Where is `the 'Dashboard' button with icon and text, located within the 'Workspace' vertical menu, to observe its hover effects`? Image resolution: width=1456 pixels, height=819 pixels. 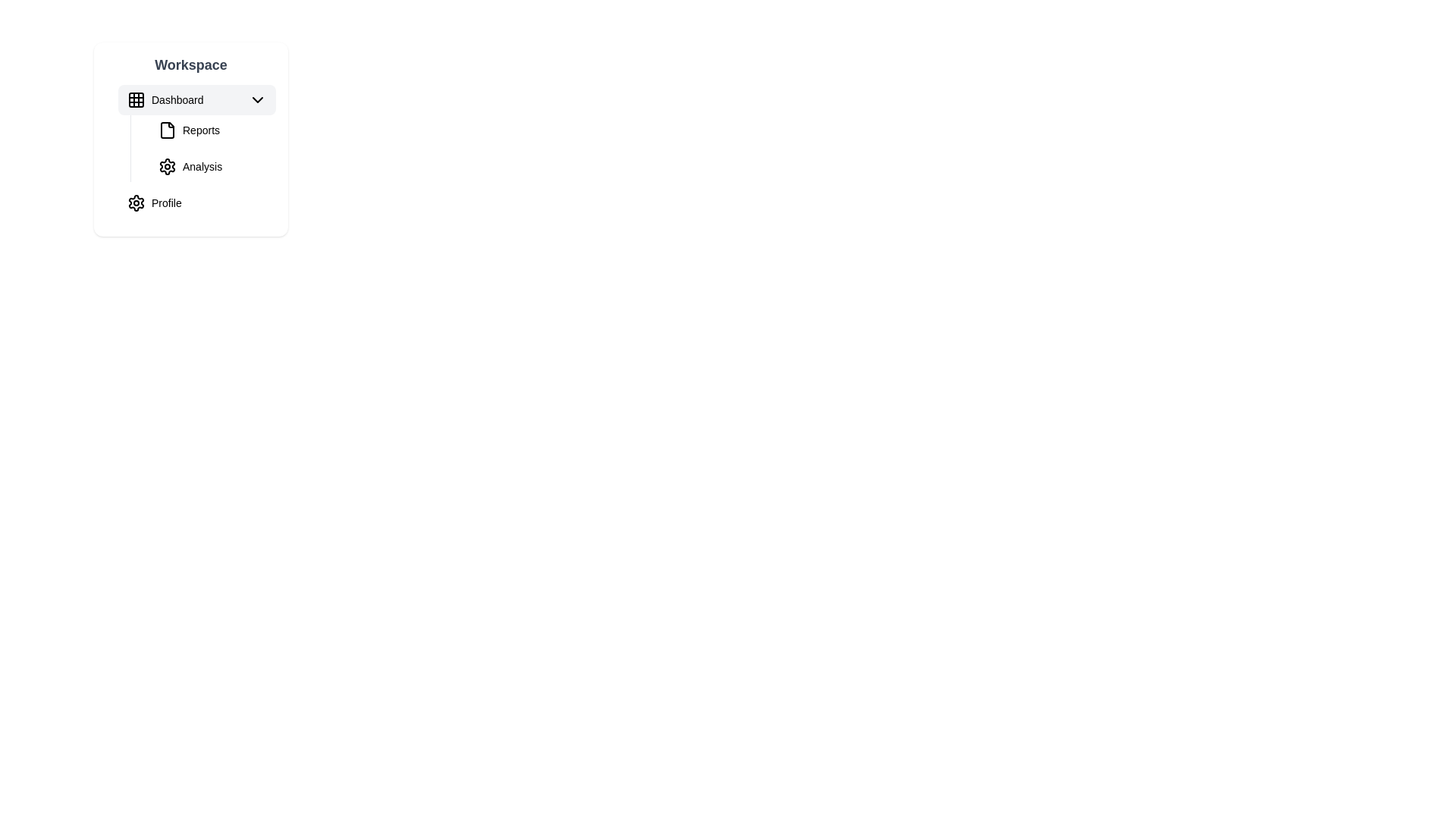
the 'Dashboard' button with icon and text, located within the 'Workspace' vertical menu, to observe its hover effects is located at coordinates (196, 99).